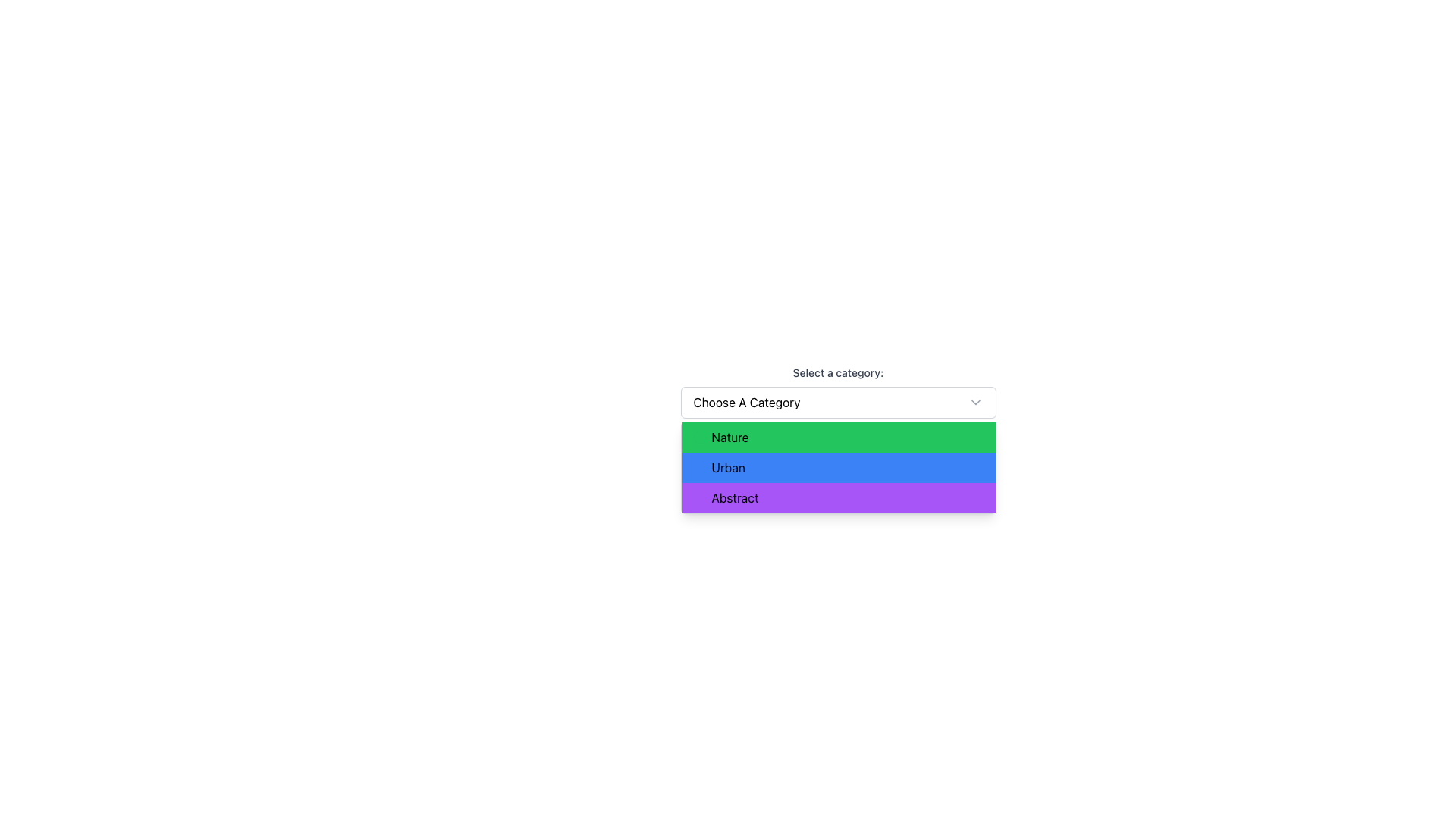 The width and height of the screenshot is (1456, 819). Describe the element at coordinates (837, 497) in the screenshot. I see `the selectable list item labeled 'Abstract' which is the third option in the options menu` at that location.